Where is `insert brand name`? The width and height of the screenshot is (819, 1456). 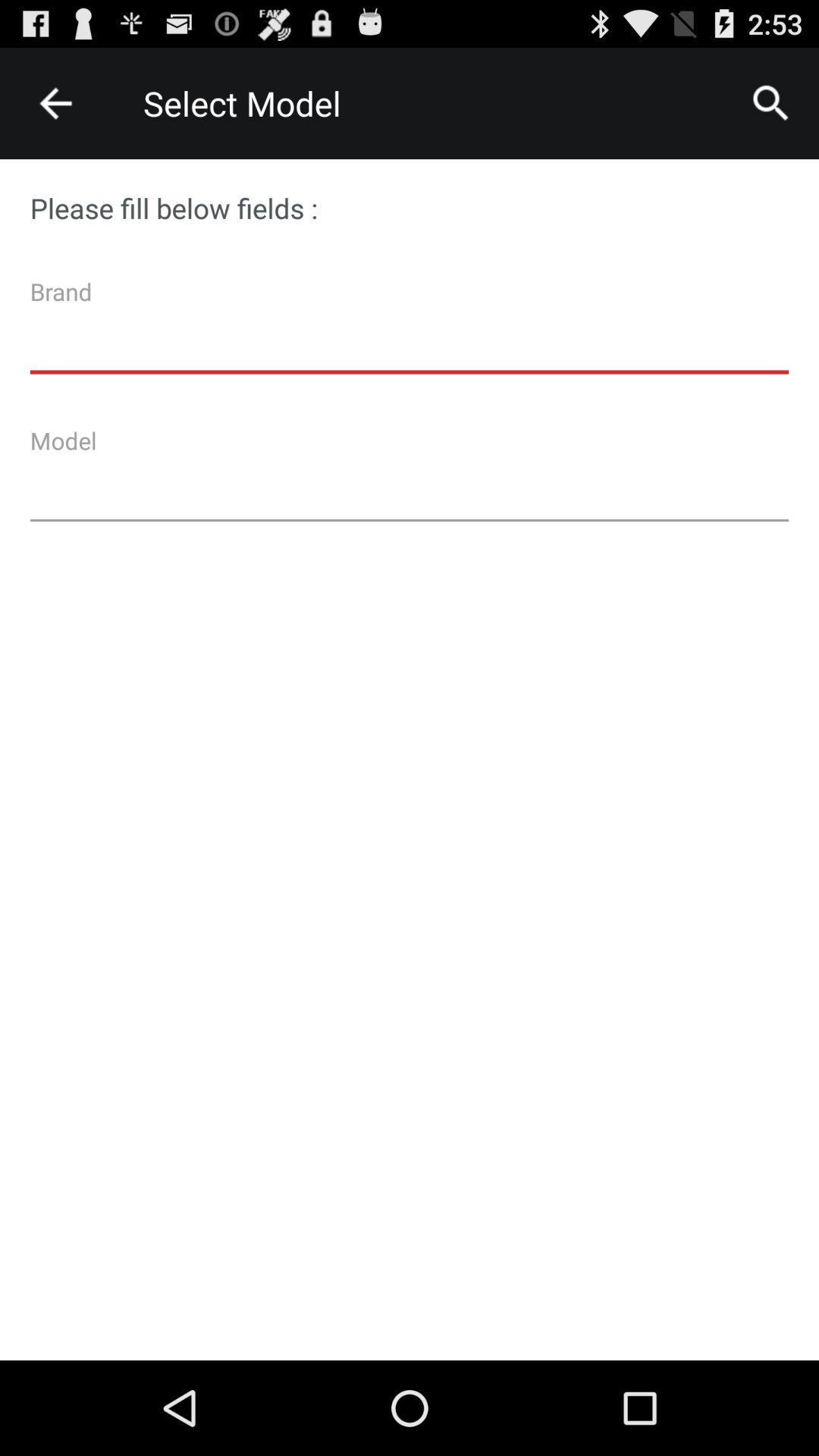 insert brand name is located at coordinates (409, 331).